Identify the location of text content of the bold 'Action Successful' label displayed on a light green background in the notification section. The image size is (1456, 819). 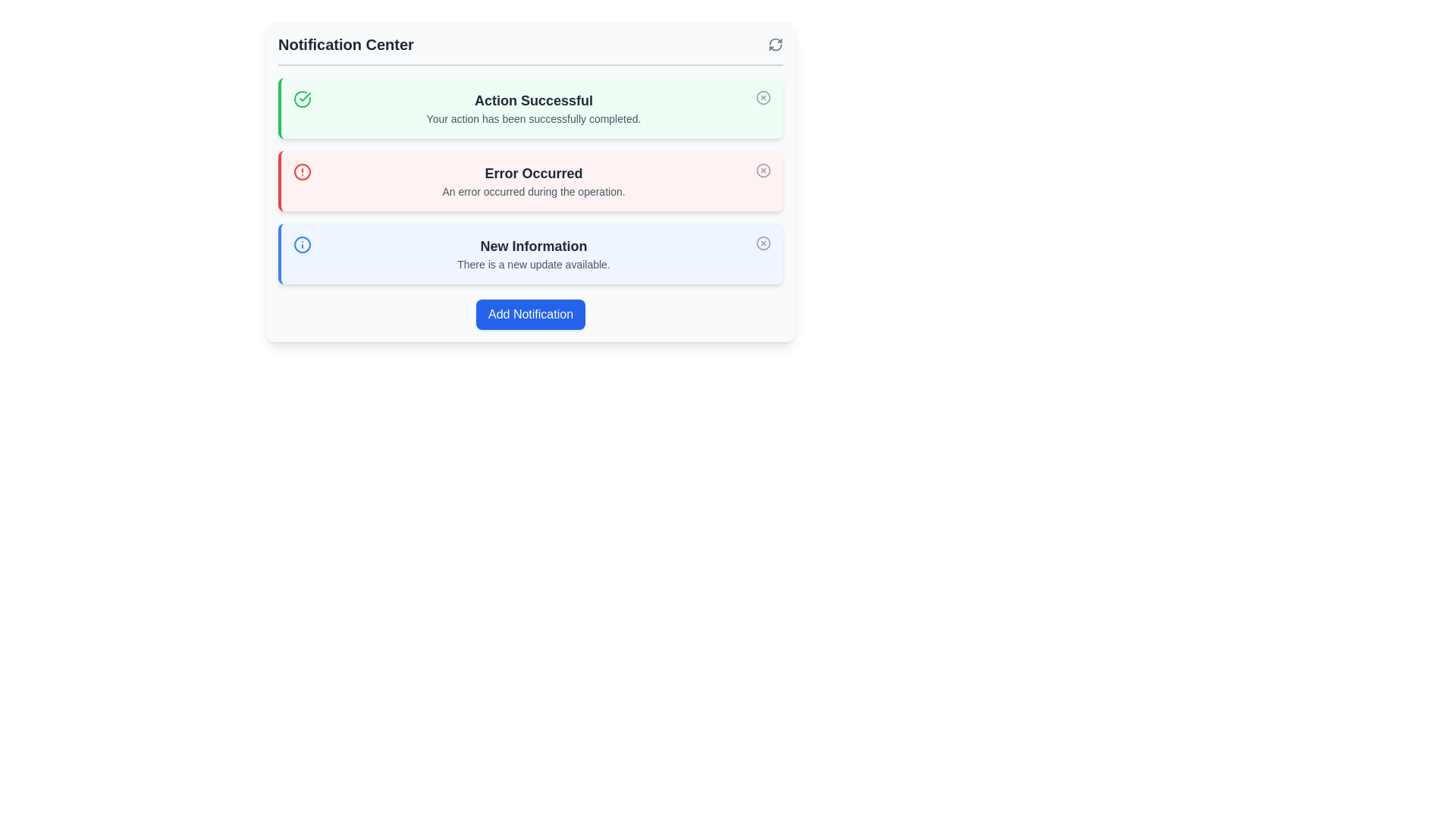
(534, 100).